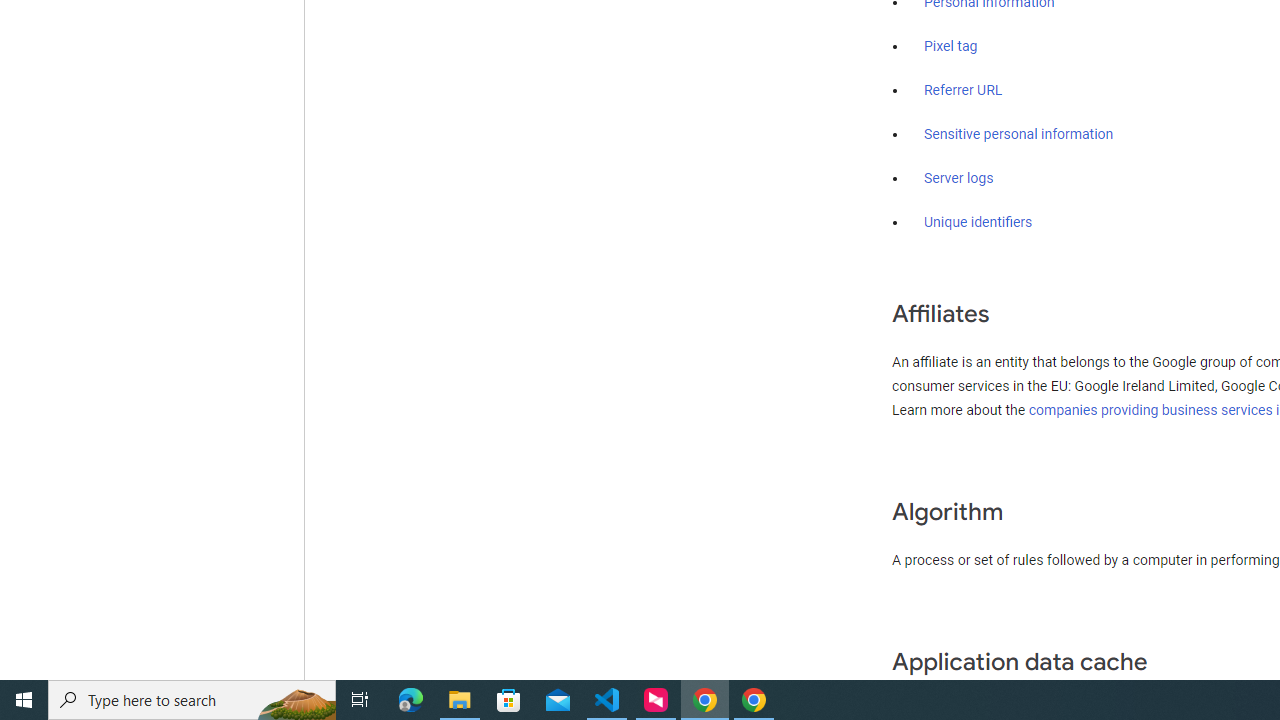 This screenshot has height=720, width=1280. I want to click on 'Server logs', so click(958, 177).